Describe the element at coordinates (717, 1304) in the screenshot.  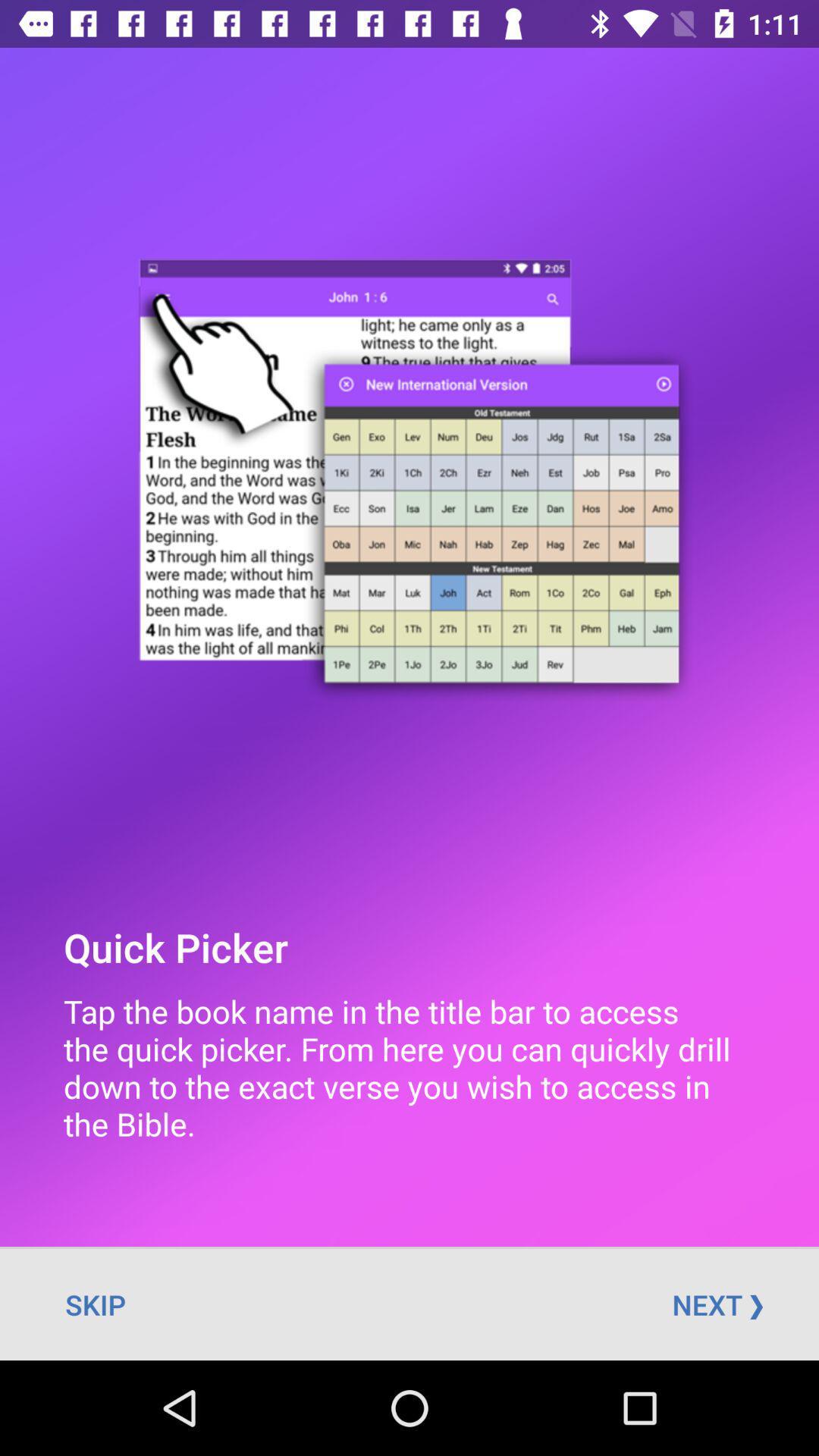
I see `the icon next to the skip` at that location.